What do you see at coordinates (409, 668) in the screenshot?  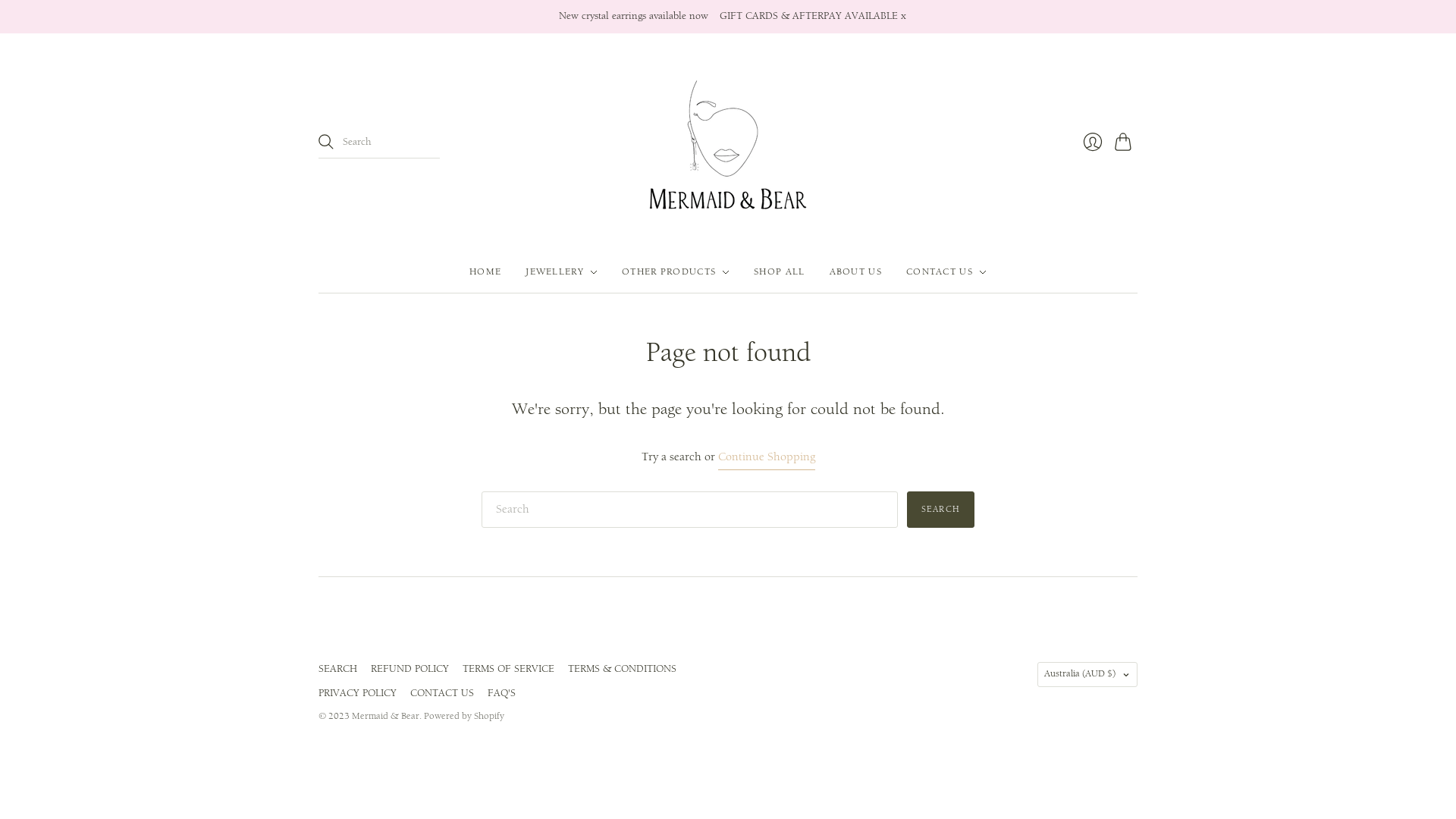 I see `'REFUND POLICY'` at bounding box center [409, 668].